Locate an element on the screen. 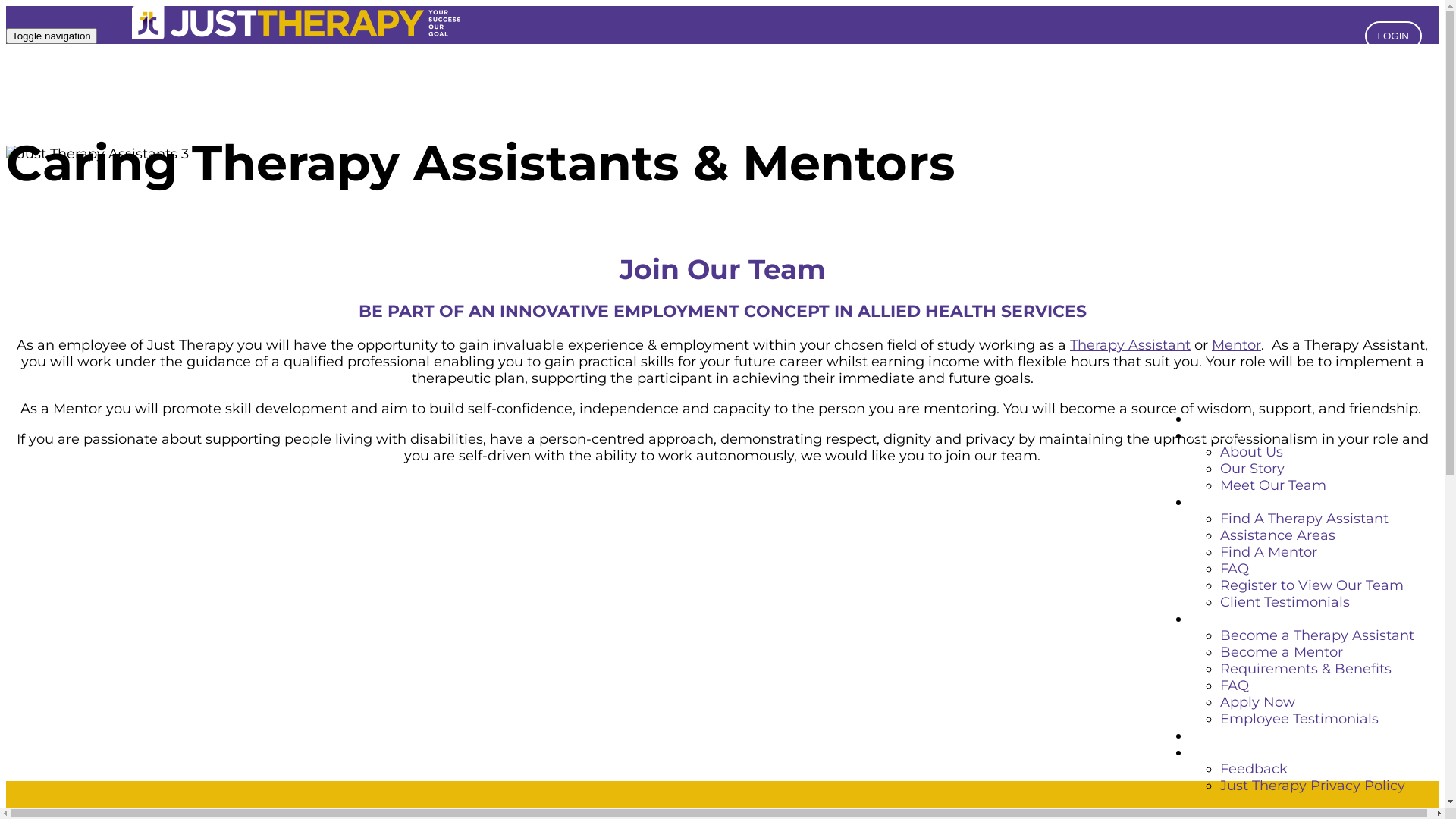 This screenshot has width=1456, height=819. 'Employee Testimonials' is located at coordinates (1219, 718).